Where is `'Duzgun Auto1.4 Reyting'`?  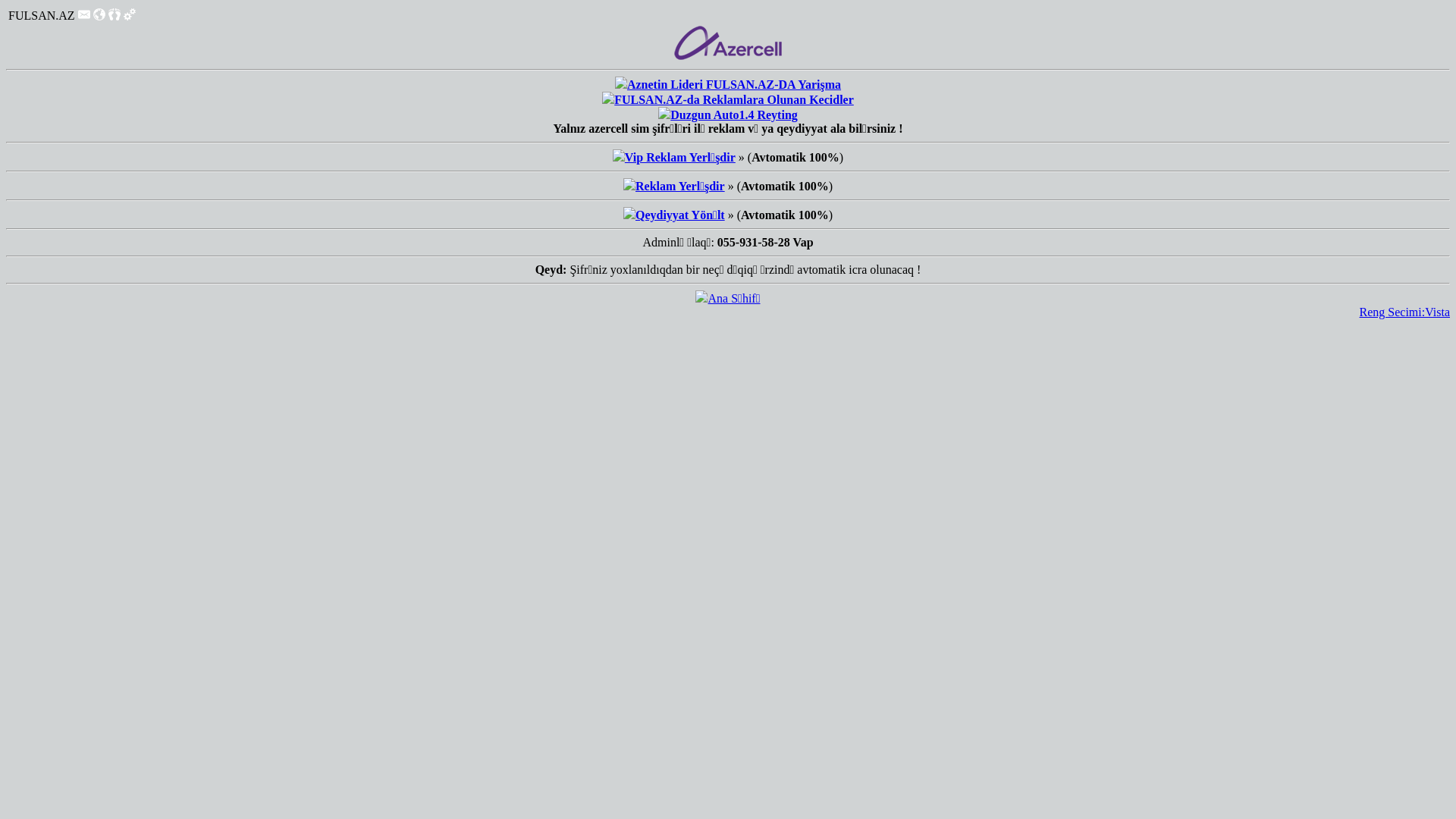 'Duzgun Auto1.4 Reyting' is located at coordinates (734, 114).